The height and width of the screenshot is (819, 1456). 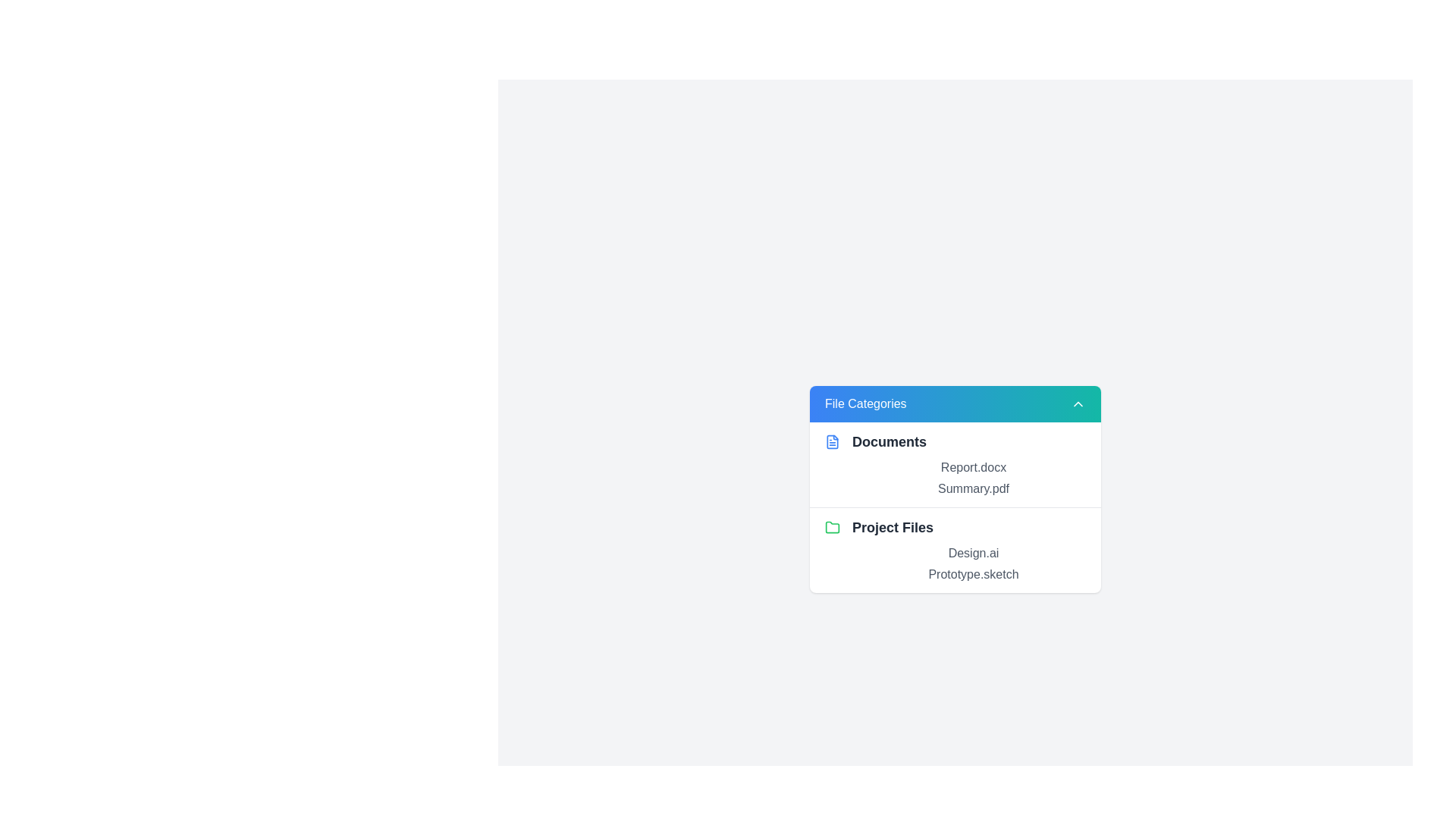 I want to click on the vector graphic element that resembles a sheet of paper with a folded corner, which is part of an icon representing a file or document, so click(x=832, y=441).